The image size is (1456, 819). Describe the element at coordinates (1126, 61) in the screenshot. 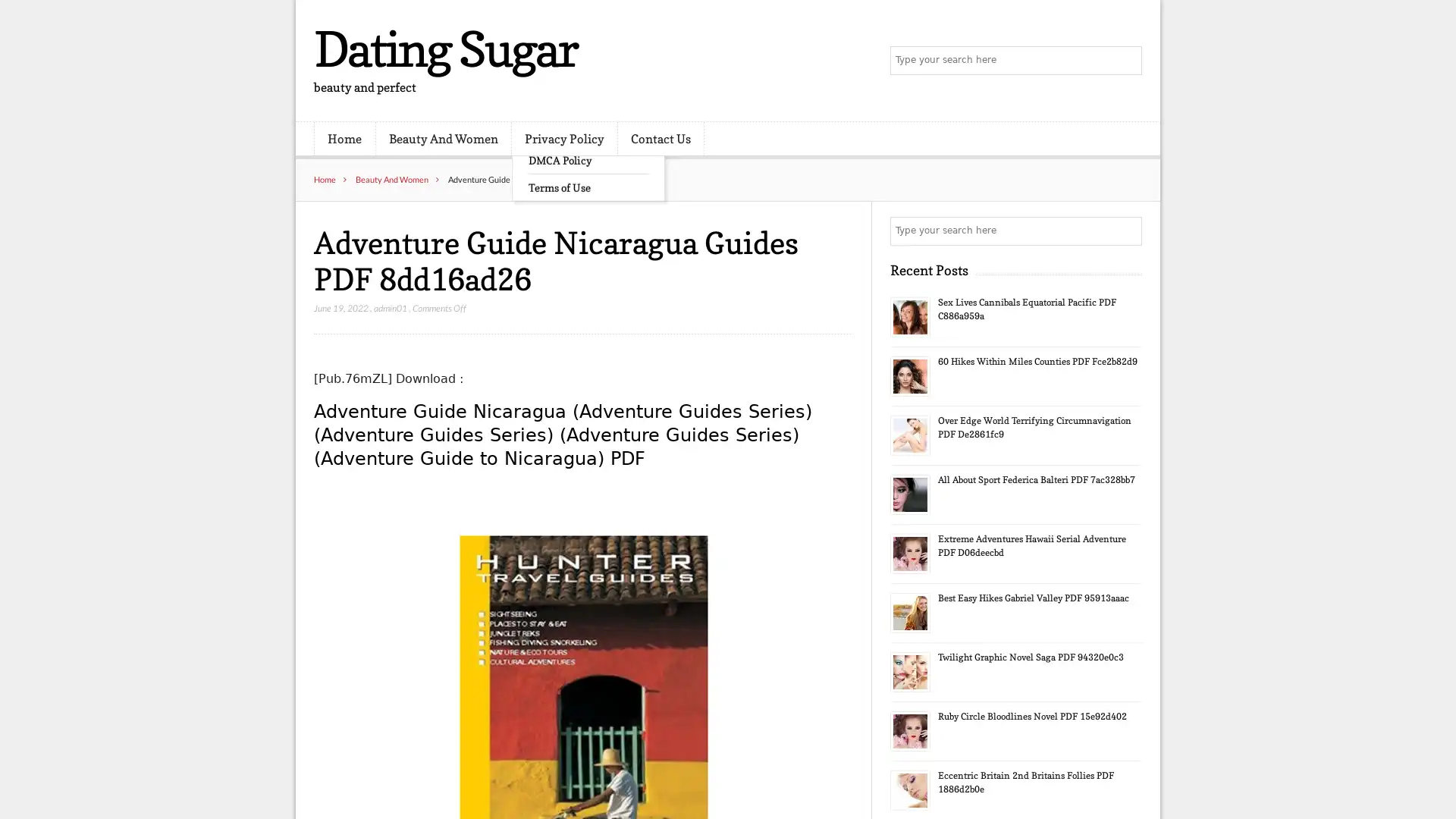

I see `Search` at that location.